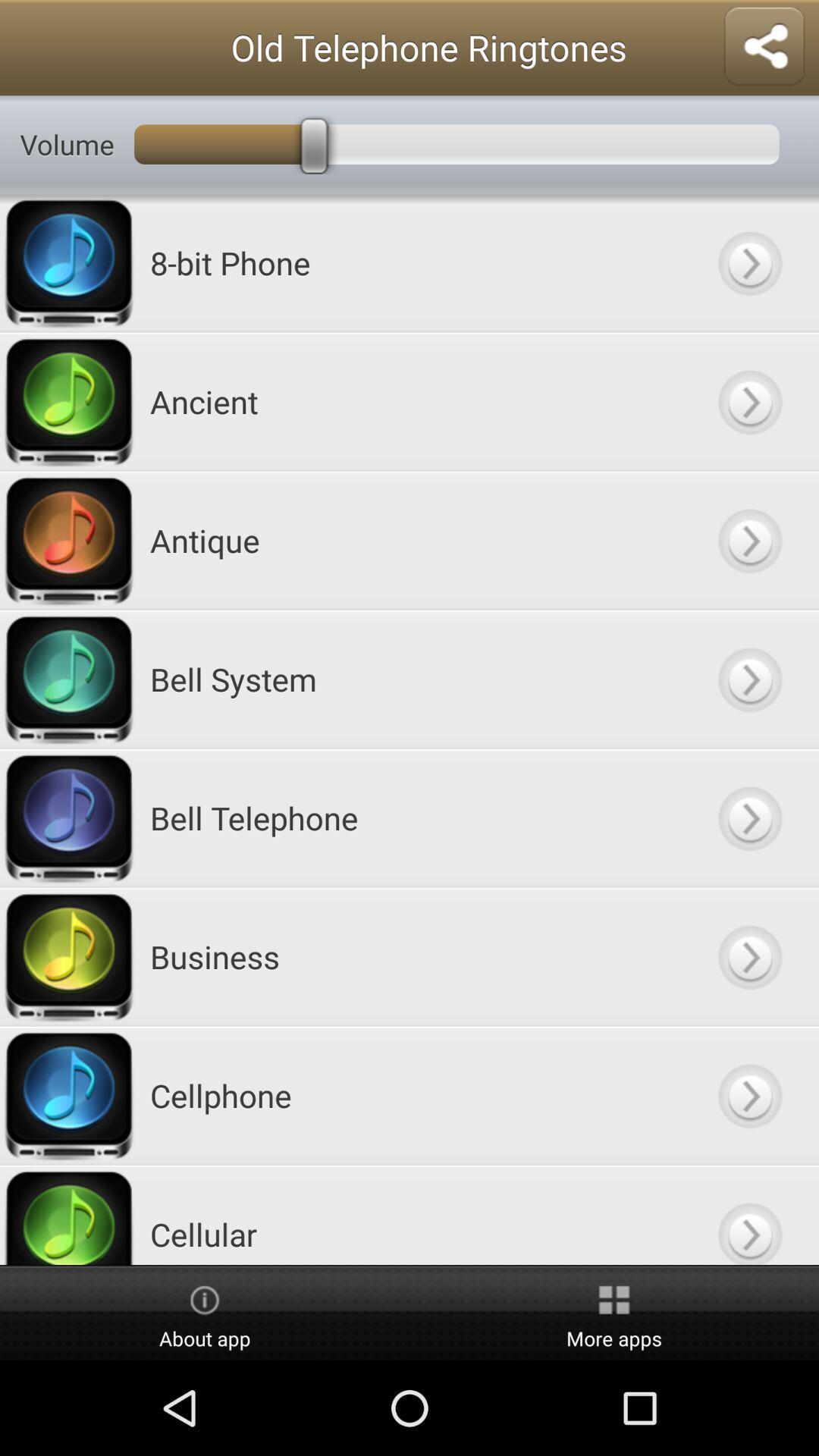 The height and width of the screenshot is (1456, 819). I want to click on button, so click(748, 955).